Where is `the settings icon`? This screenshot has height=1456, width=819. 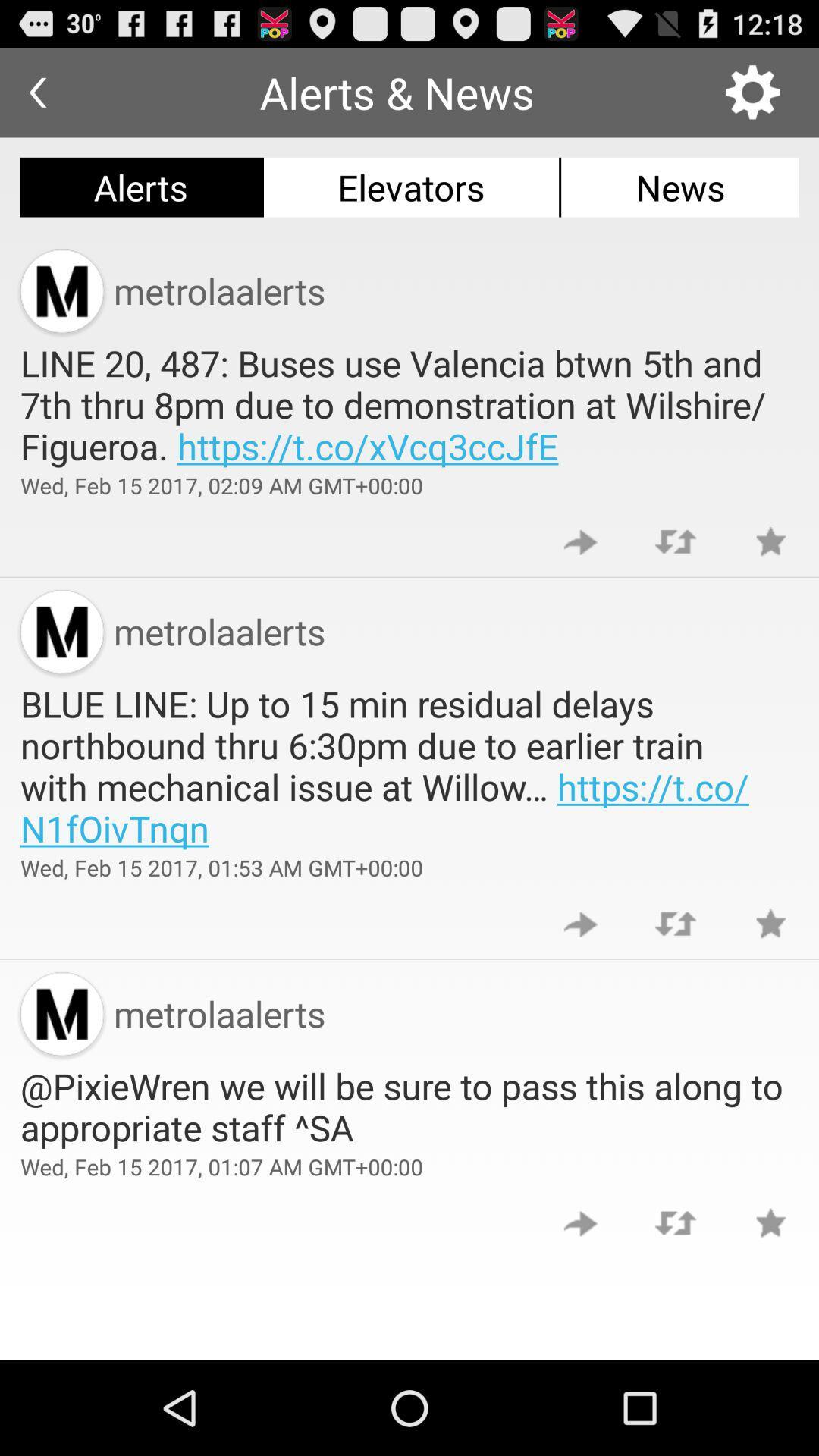 the settings icon is located at coordinates (752, 98).